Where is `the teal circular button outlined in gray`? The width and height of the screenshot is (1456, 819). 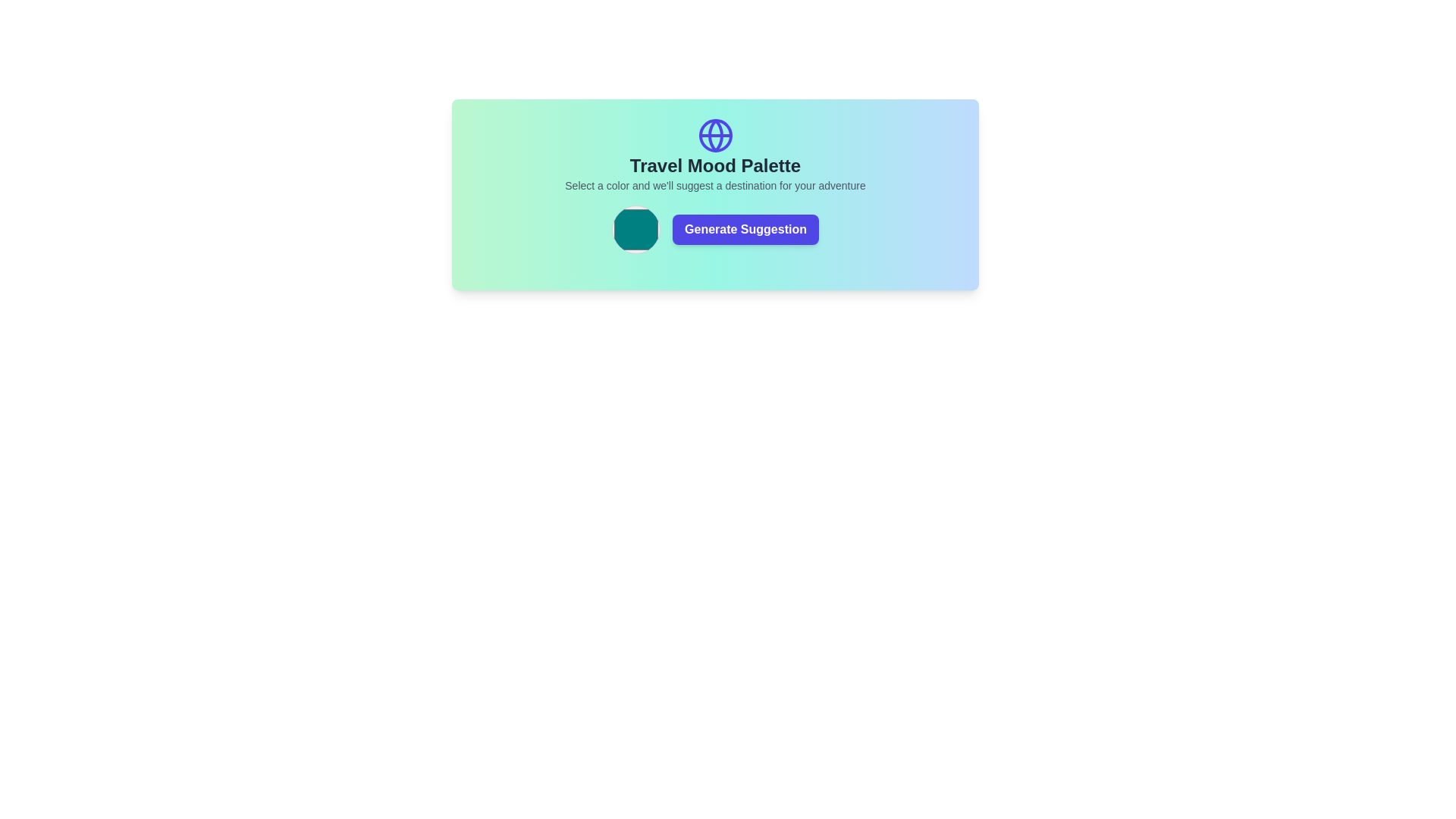
the teal circular button outlined in gray is located at coordinates (636, 230).